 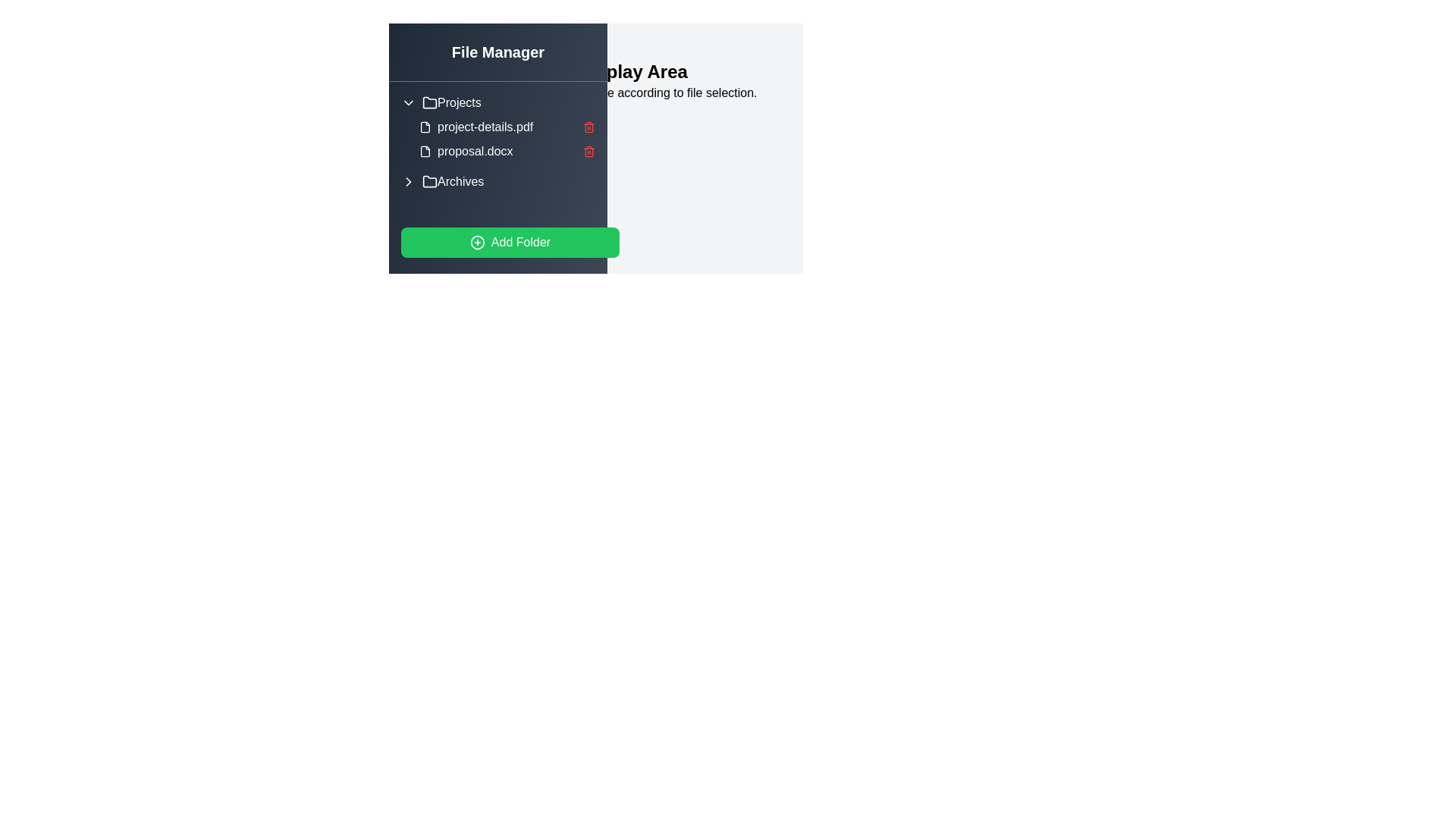 I want to click on the second trash icon in the 'File Manager' sidebar, so click(x=588, y=152).